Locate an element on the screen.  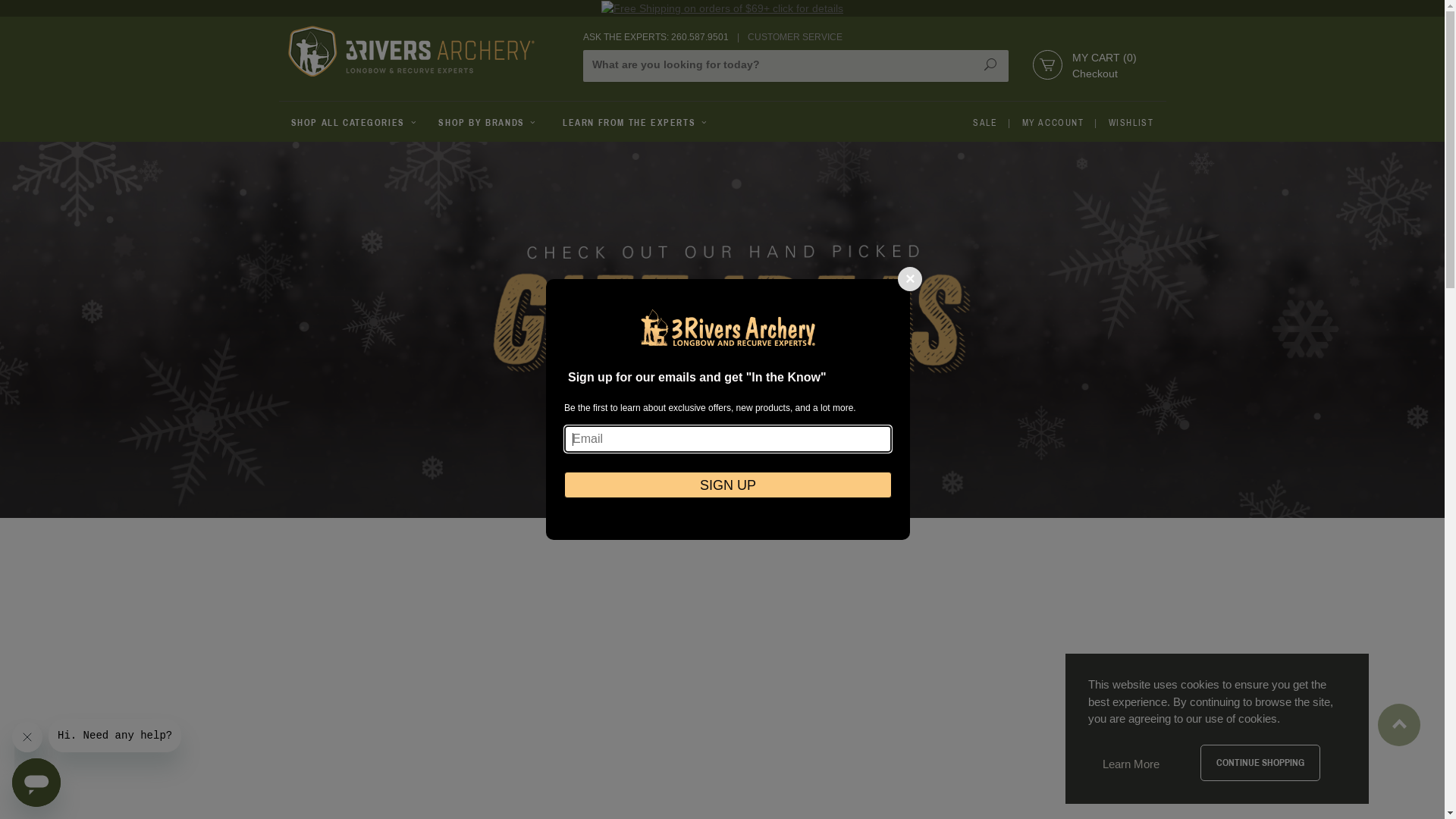
'MY CART (0)' is located at coordinates (1104, 57).